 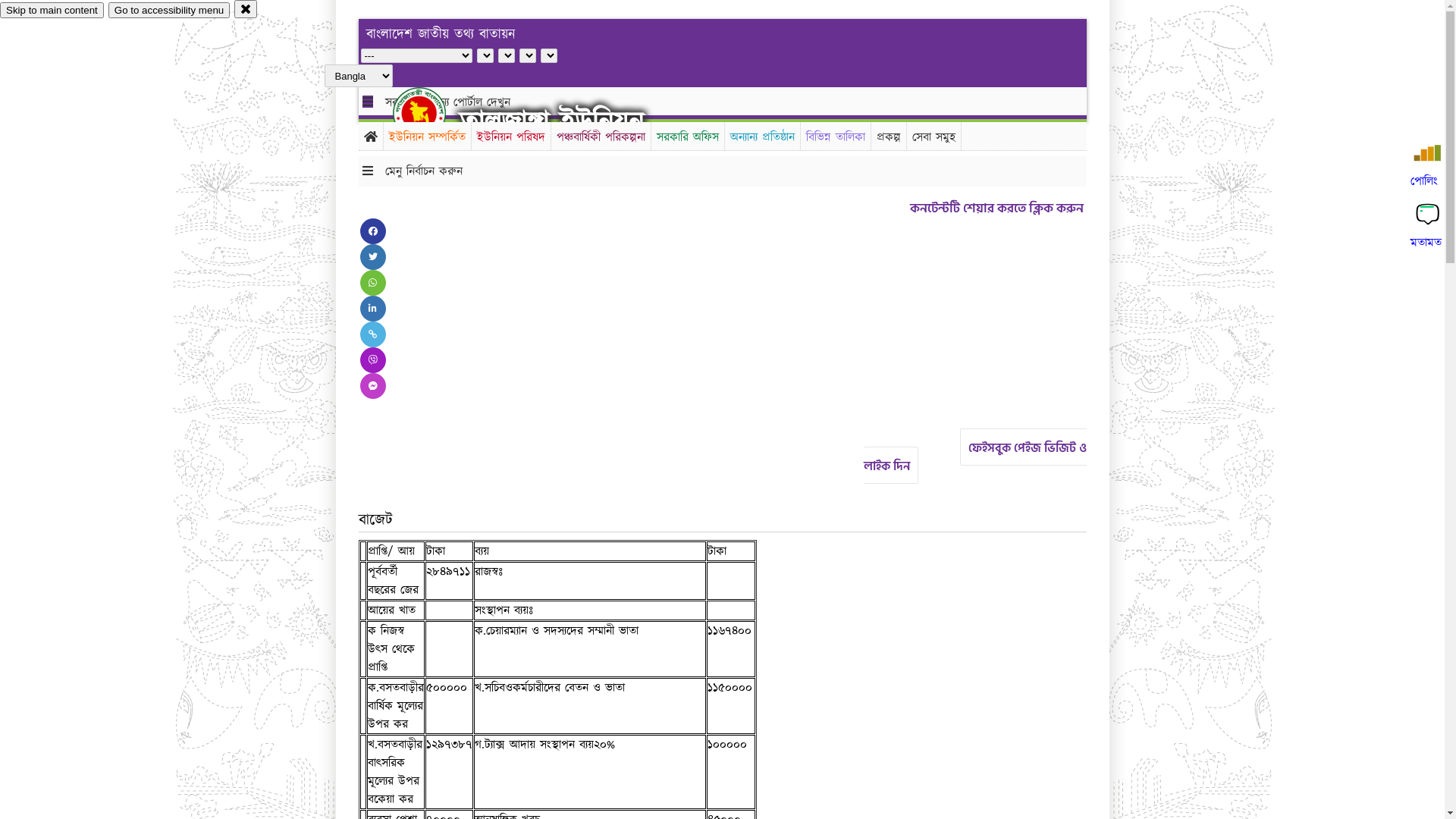 I want to click on ', so click(x=431, y=112).